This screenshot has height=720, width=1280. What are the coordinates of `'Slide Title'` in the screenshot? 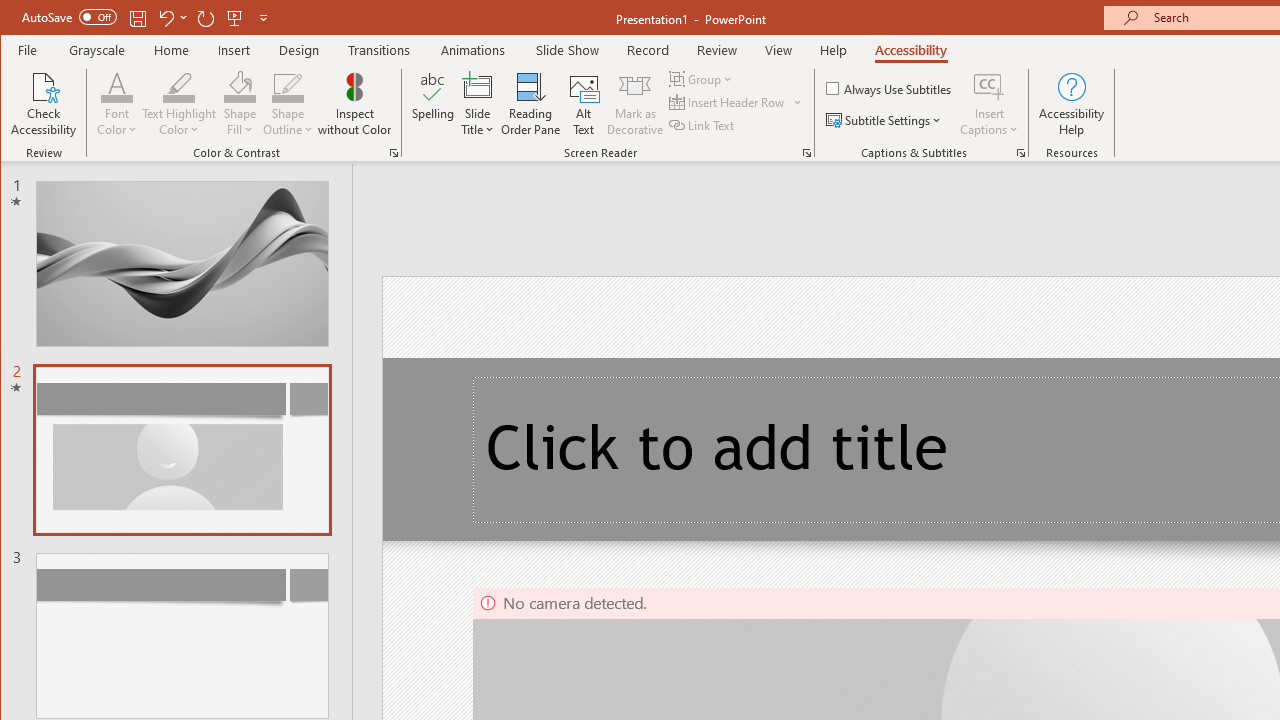 It's located at (477, 104).